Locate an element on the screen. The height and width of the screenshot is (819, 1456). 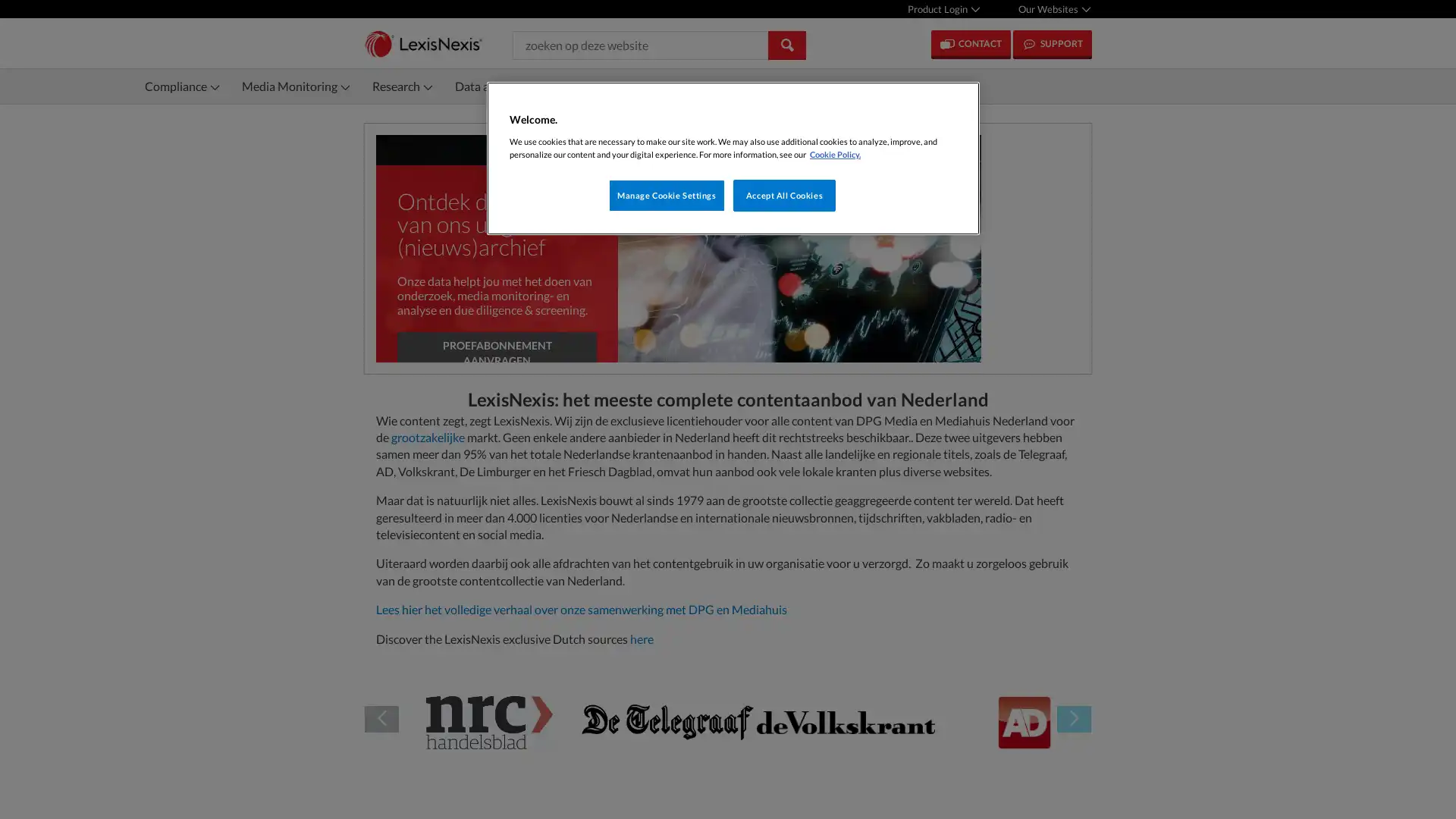
Previous is located at coordinates (381, 756).